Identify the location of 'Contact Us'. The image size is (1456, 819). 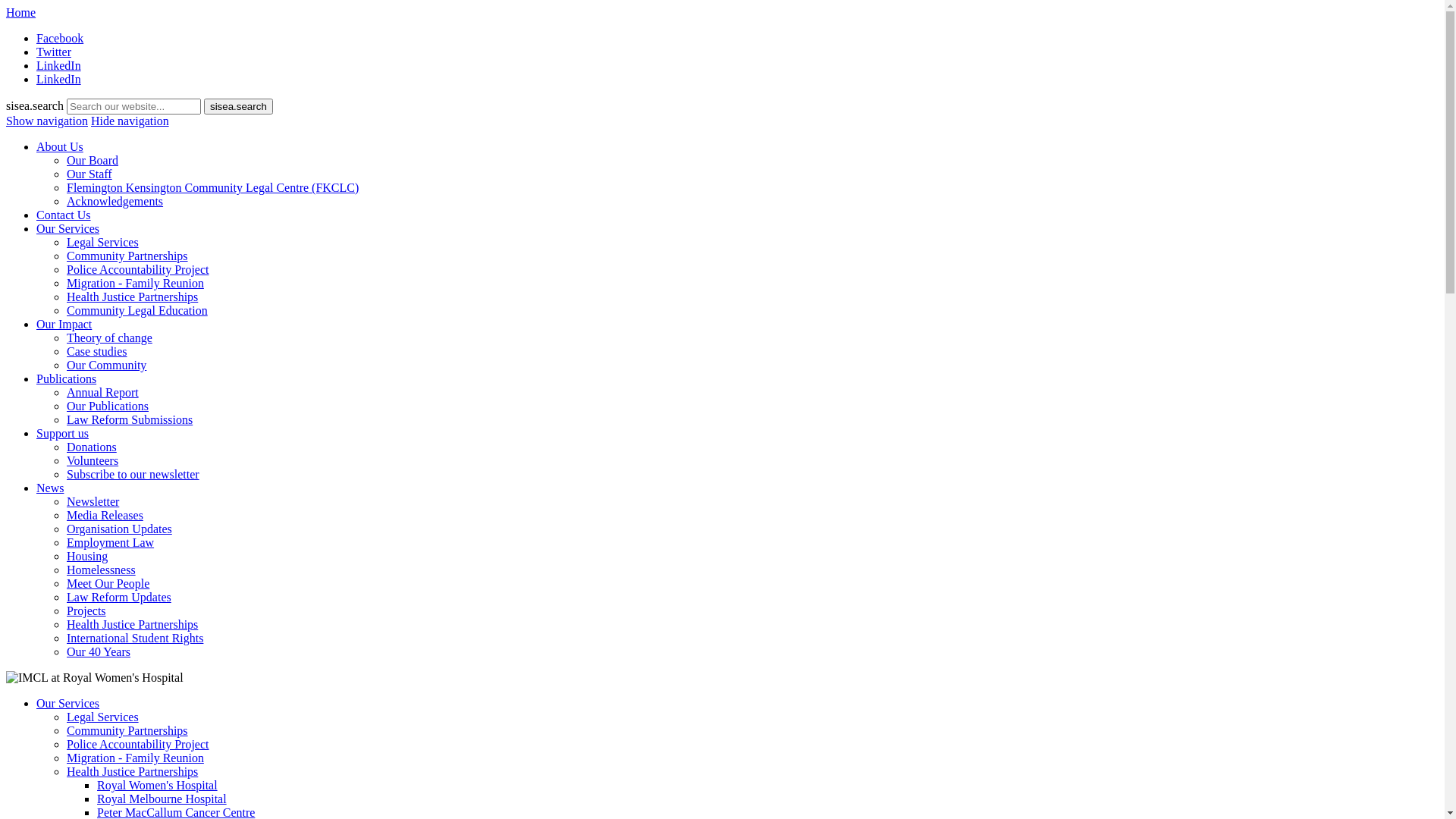
(62, 215).